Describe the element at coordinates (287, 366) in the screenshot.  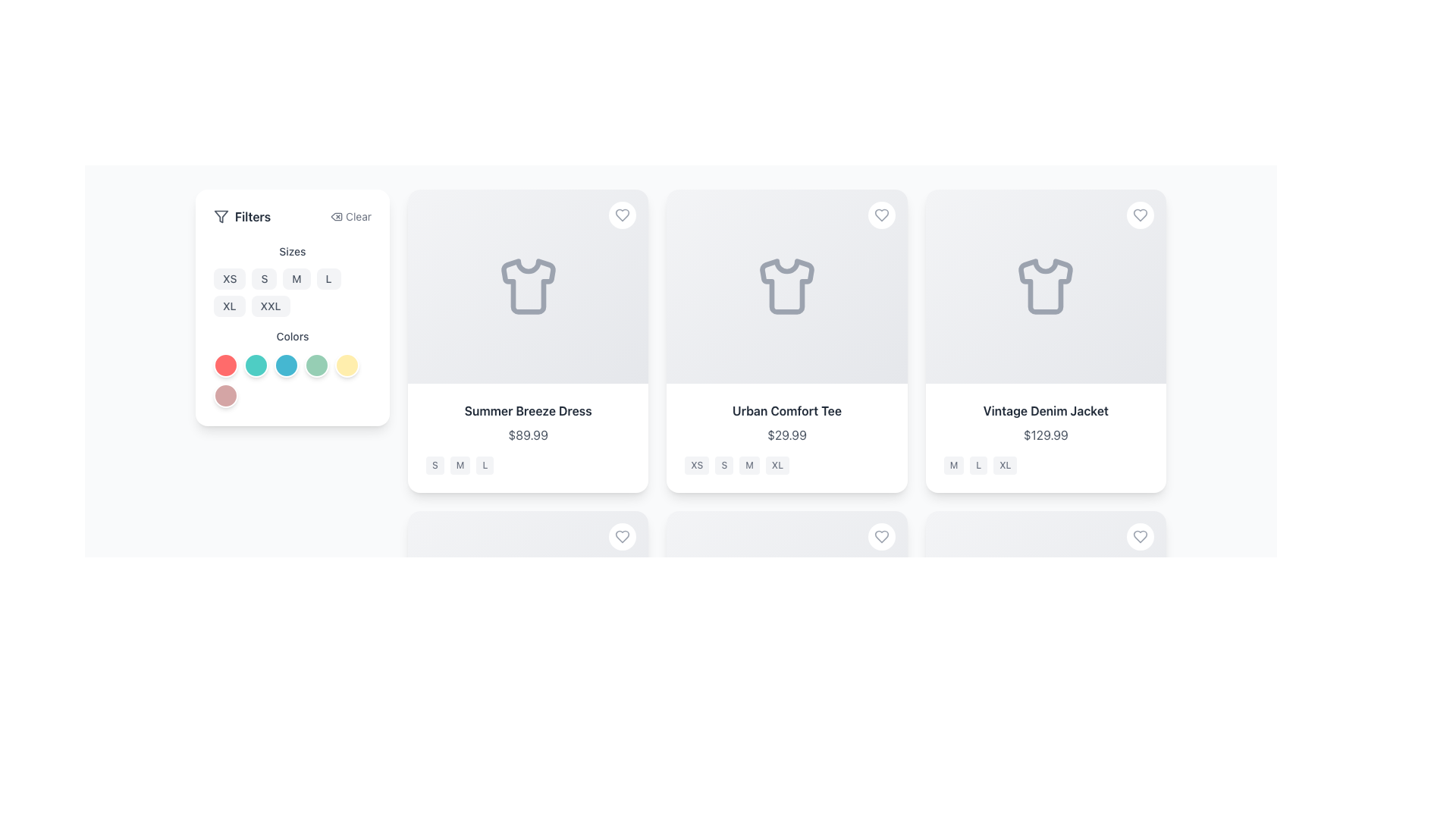
I see `the third circular button with a light blue background and white border in the 'Colors' section of the filter selection panel` at that location.